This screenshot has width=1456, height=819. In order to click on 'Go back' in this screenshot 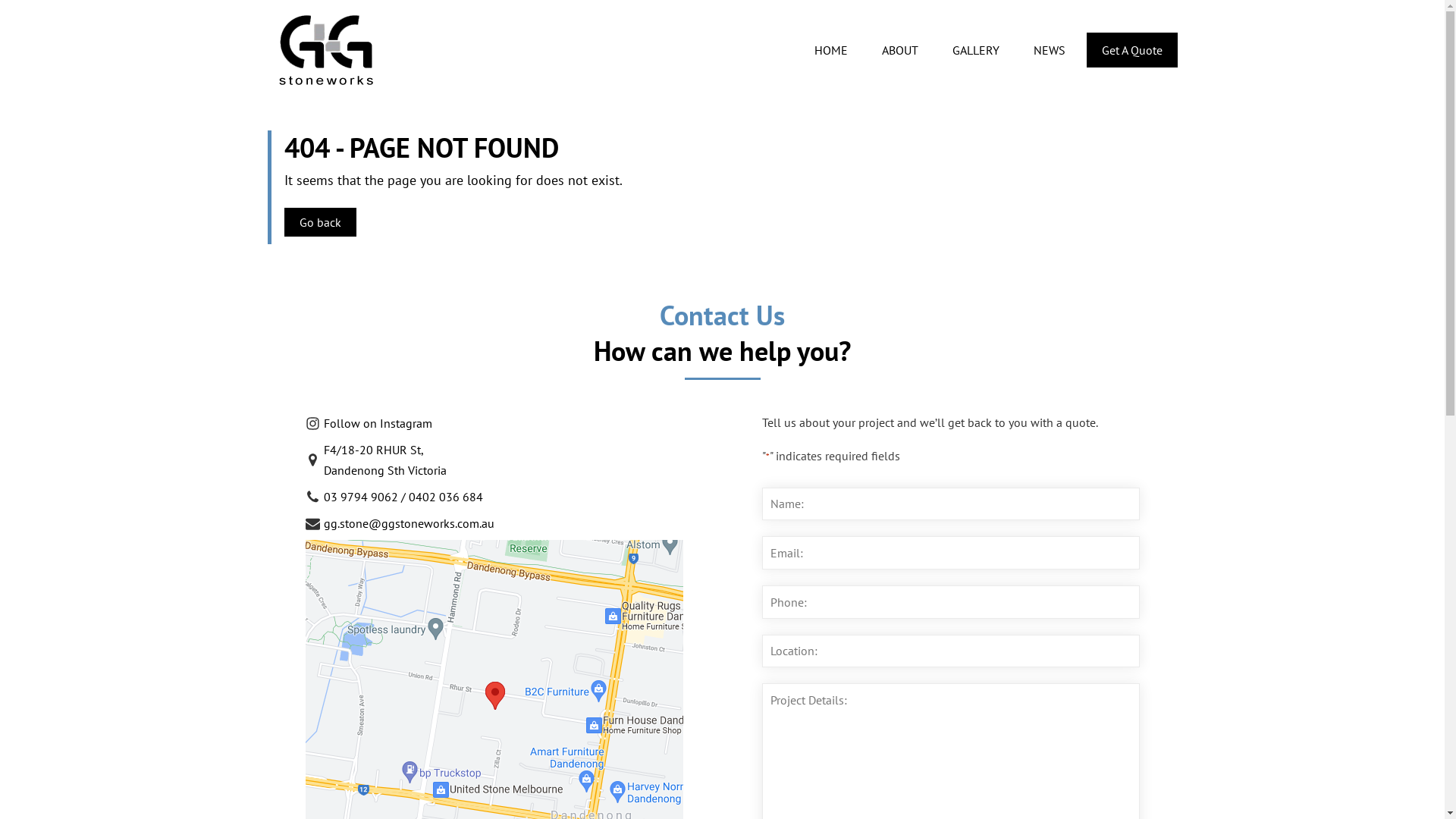, I will do `click(318, 222)`.